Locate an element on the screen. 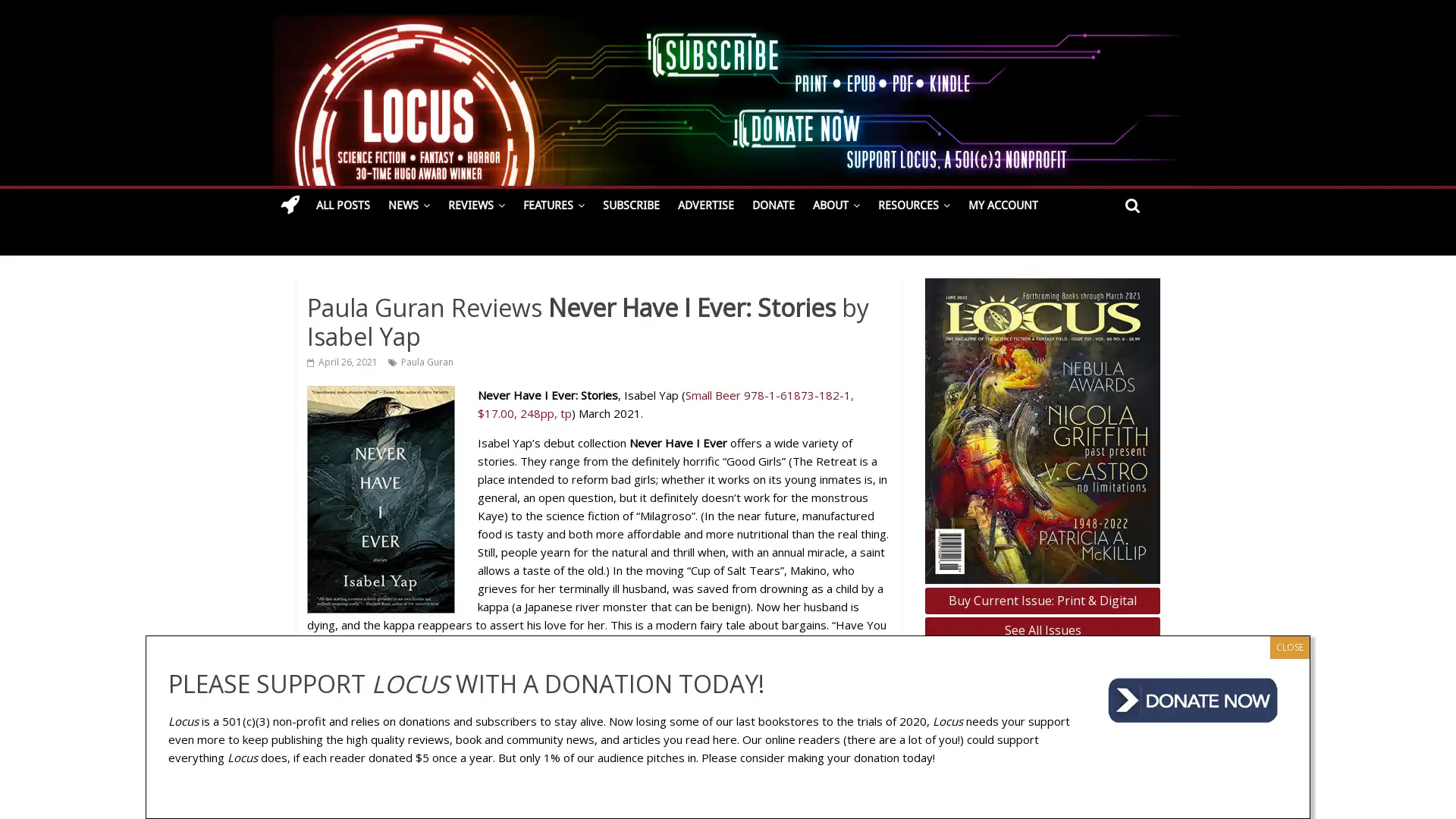 The height and width of the screenshot is (819, 1456). See All Issues is located at coordinates (1041, 630).